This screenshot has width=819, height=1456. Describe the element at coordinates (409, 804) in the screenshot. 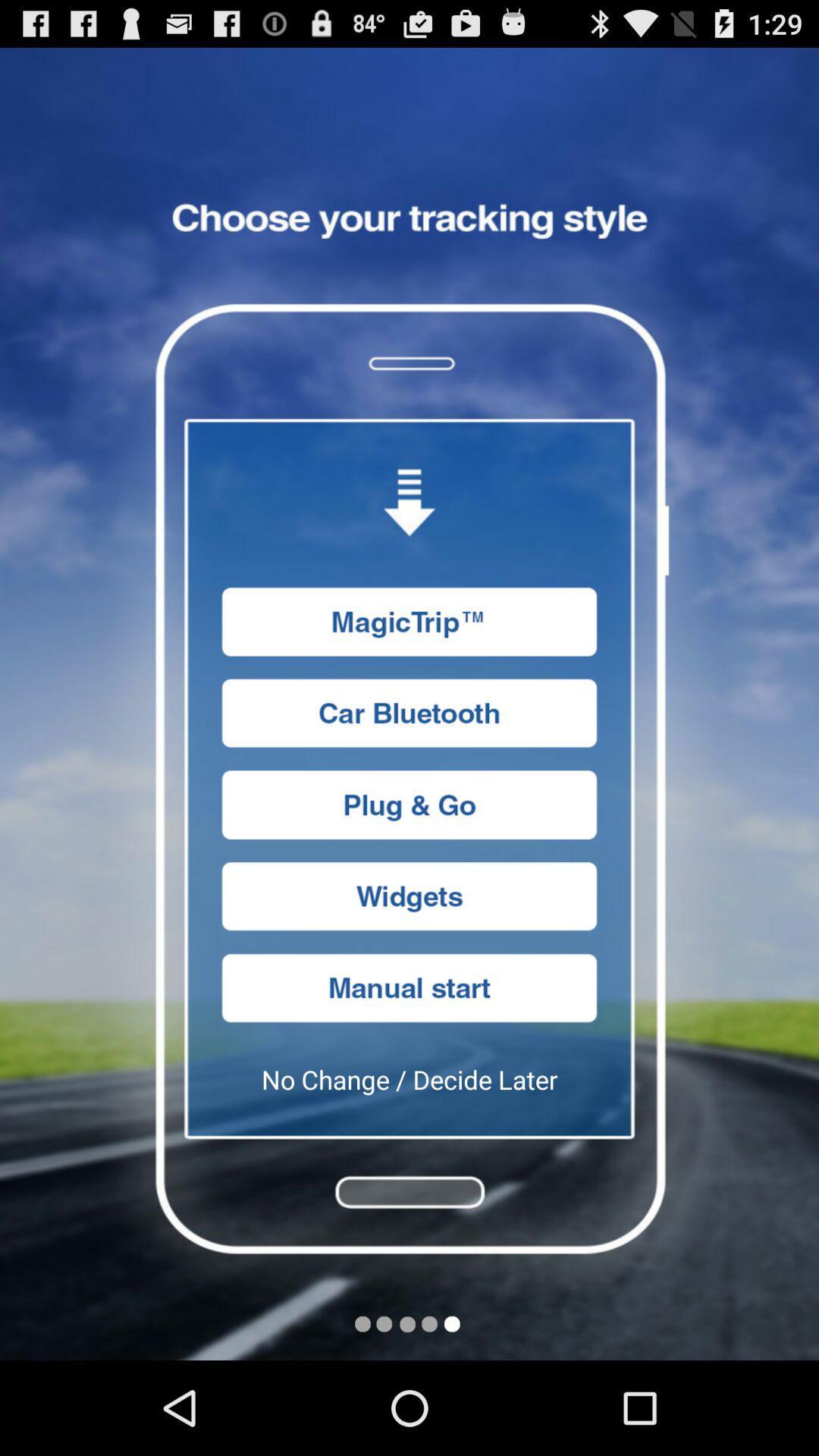

I see `plug and go` at that location.